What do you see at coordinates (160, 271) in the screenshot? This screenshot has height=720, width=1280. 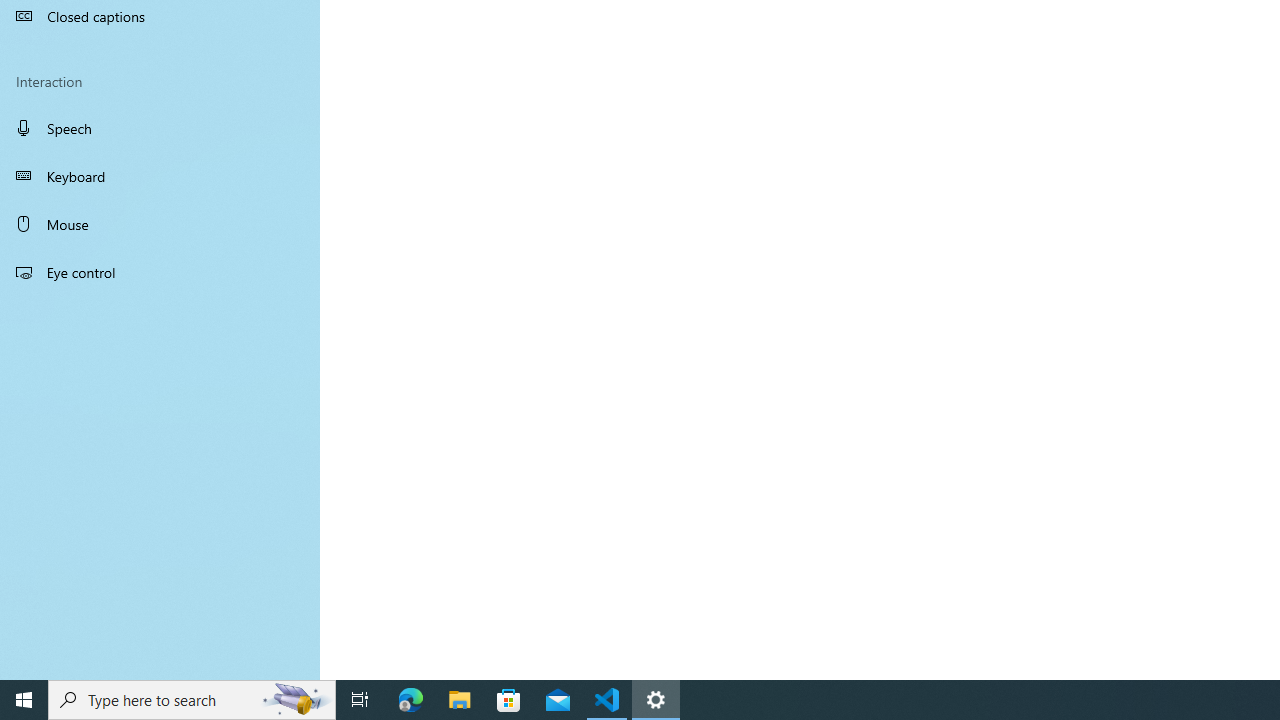 I see `'Eye control'` at bounding box center [160, 271].